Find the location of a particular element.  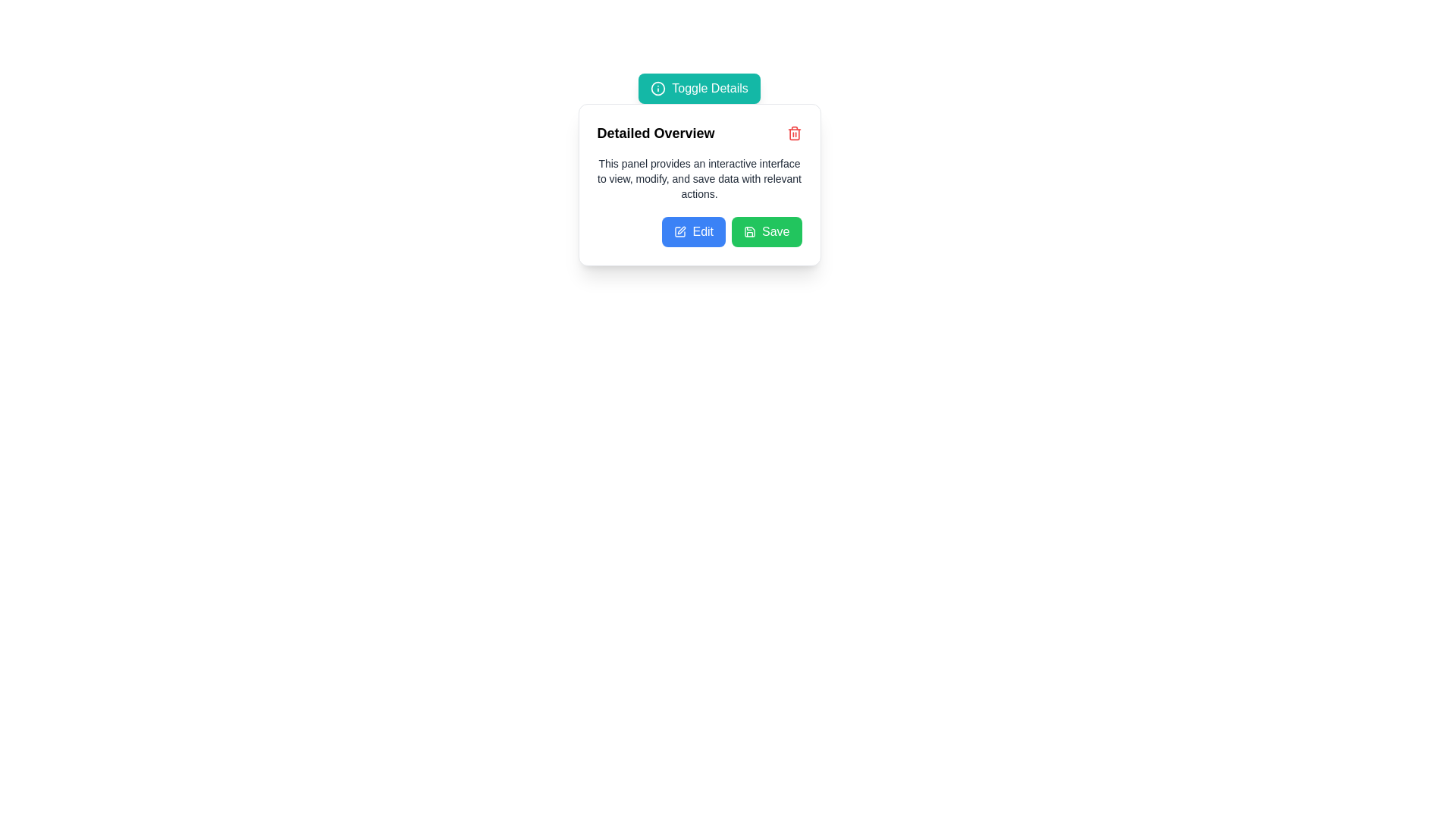

the rectangular teal button labeled 'Toggle Details' is located at coordinates (698, 88).